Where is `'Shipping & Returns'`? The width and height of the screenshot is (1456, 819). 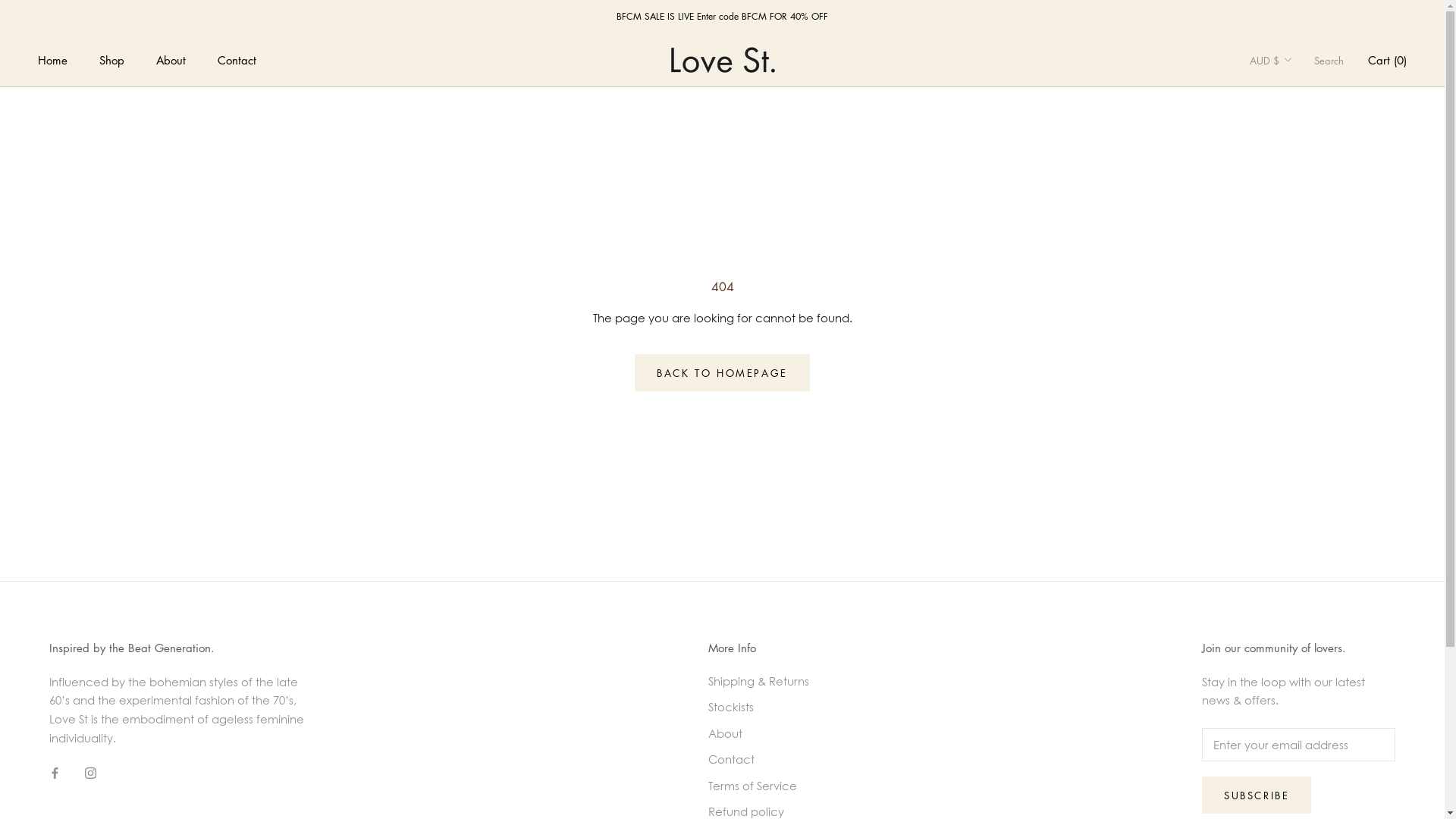
'Shipping & Returns' is located at coordinates (708, 680).